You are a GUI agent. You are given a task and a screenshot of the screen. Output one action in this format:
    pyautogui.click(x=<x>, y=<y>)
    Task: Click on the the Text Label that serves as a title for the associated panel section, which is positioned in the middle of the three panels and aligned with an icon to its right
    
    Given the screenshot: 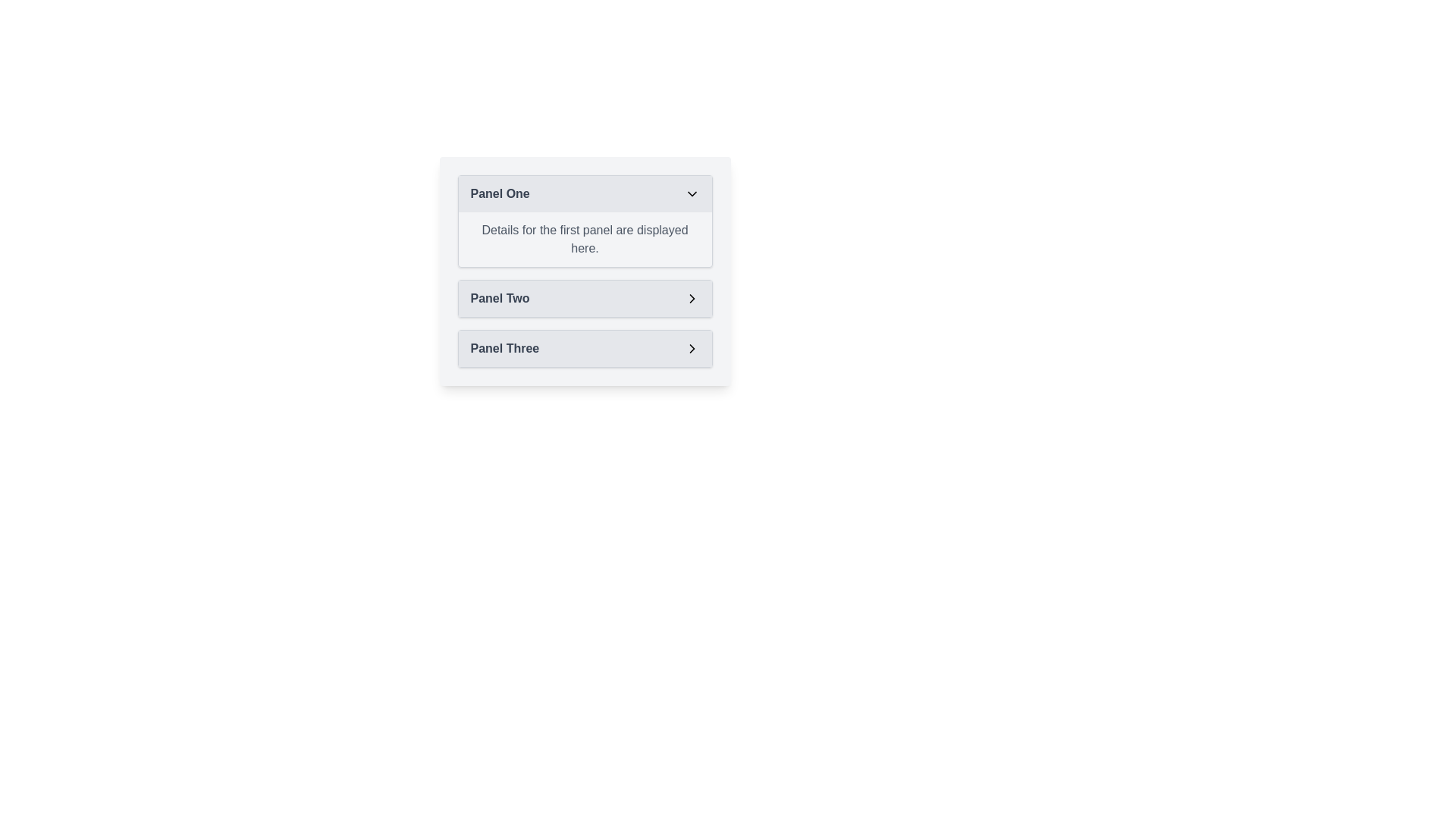 What is the action you would take?
    pyautogui.click(x=500, y=298)
    